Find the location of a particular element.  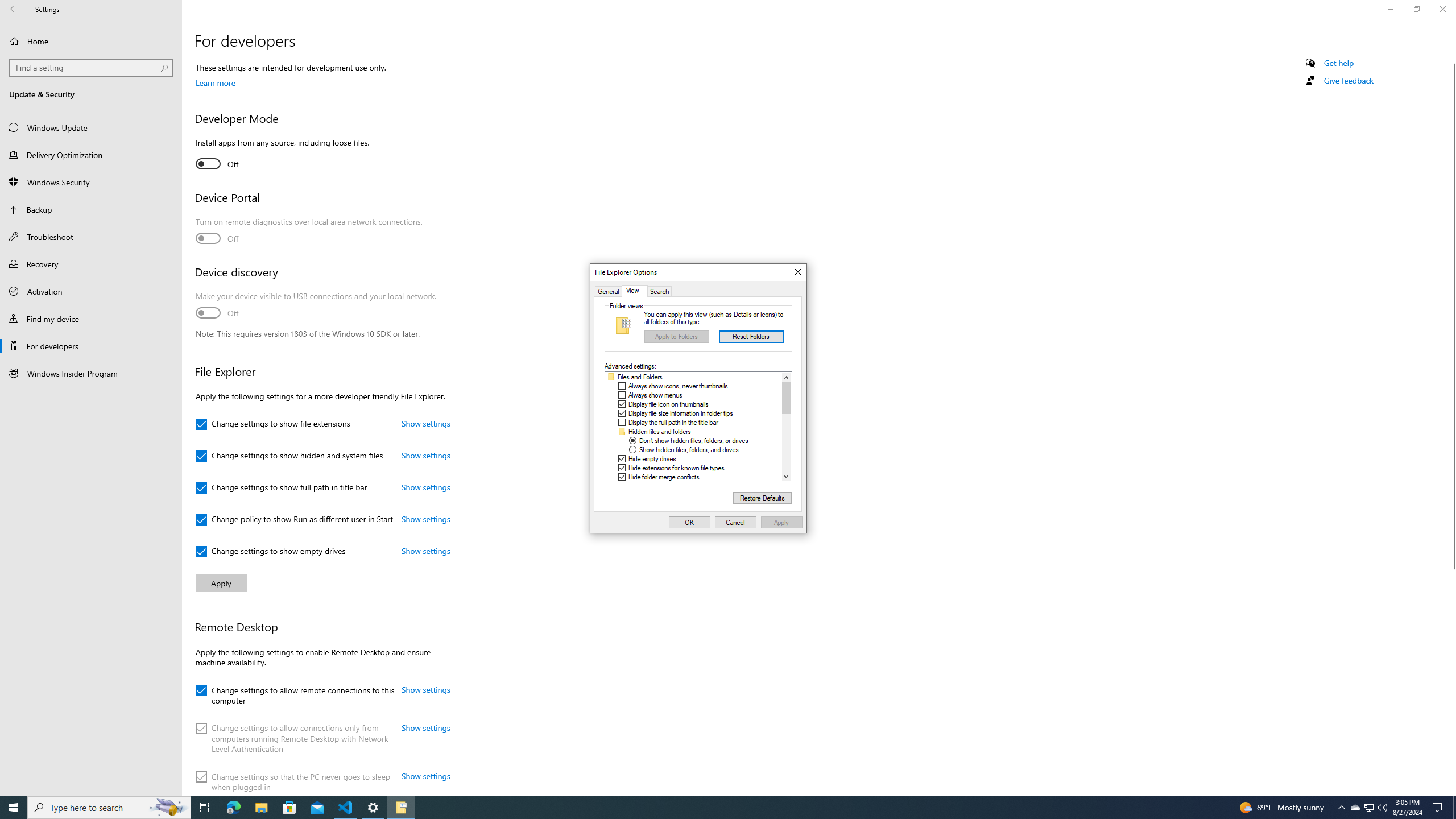

'Microsoft Store' is located at coordinates (289, 806).